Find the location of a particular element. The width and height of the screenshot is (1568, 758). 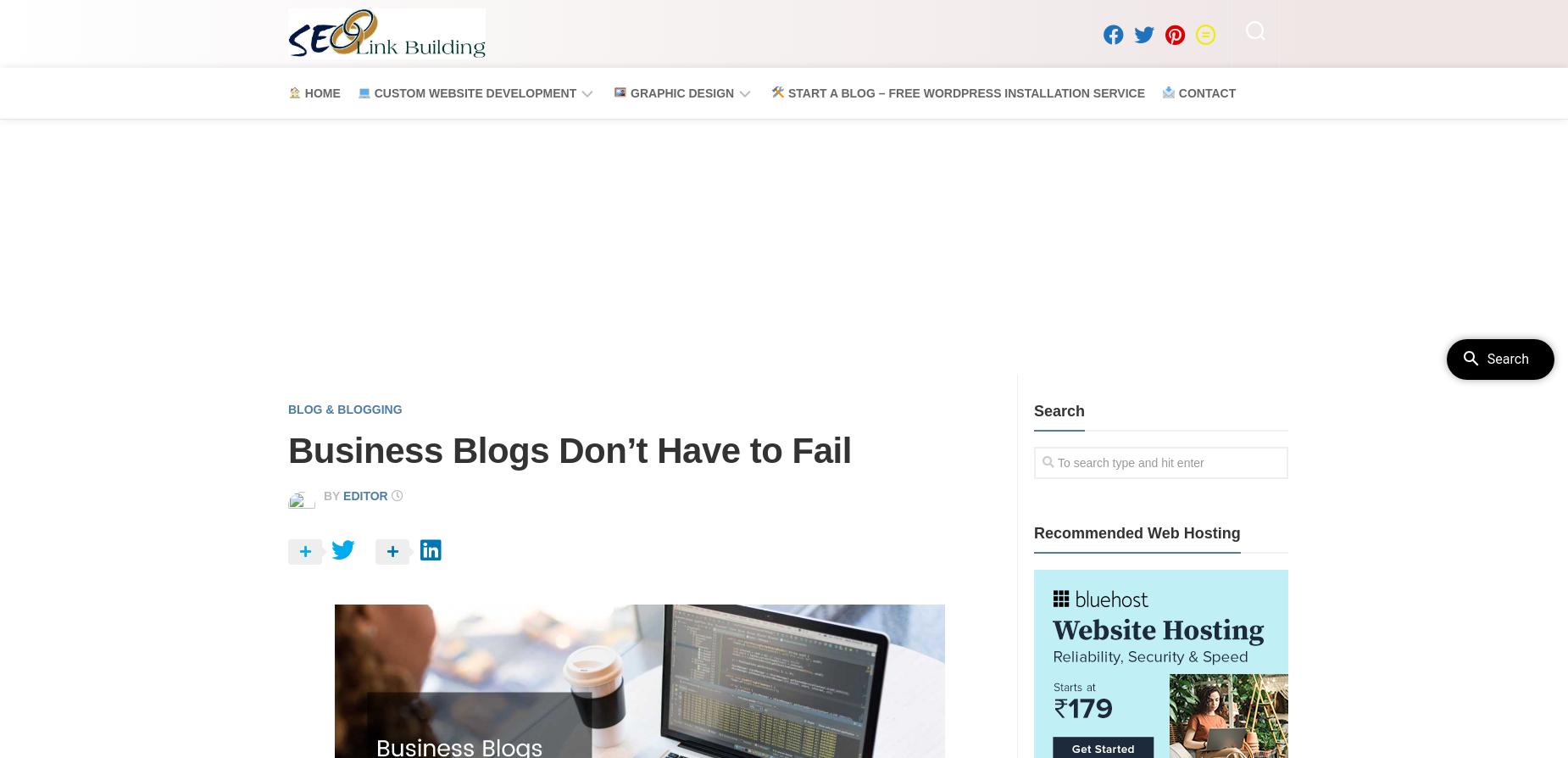

'Graphic Design' is located at coordinates (681, 92).